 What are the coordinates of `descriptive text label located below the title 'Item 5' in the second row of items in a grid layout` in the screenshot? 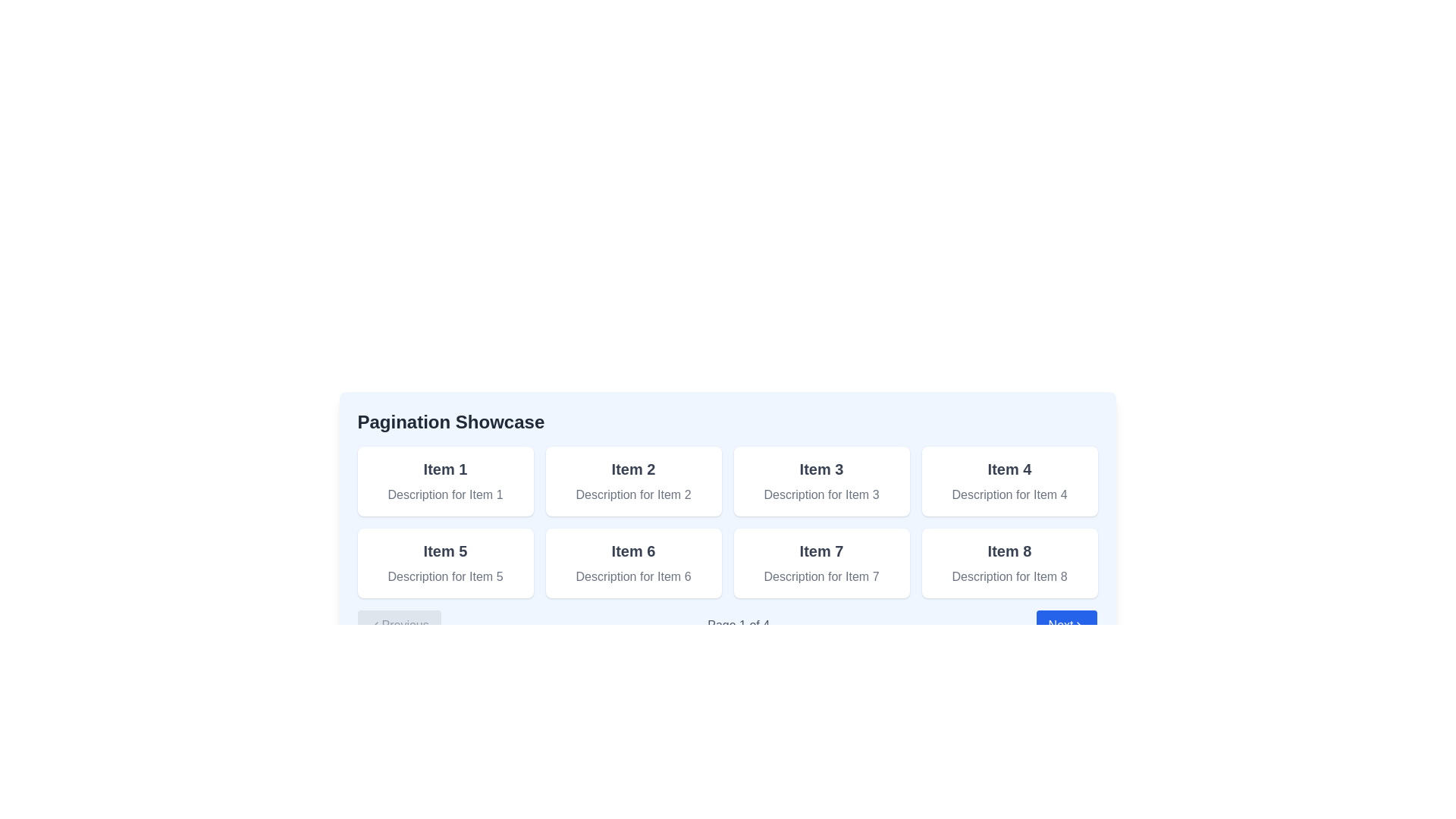 It's located at (444, 576).